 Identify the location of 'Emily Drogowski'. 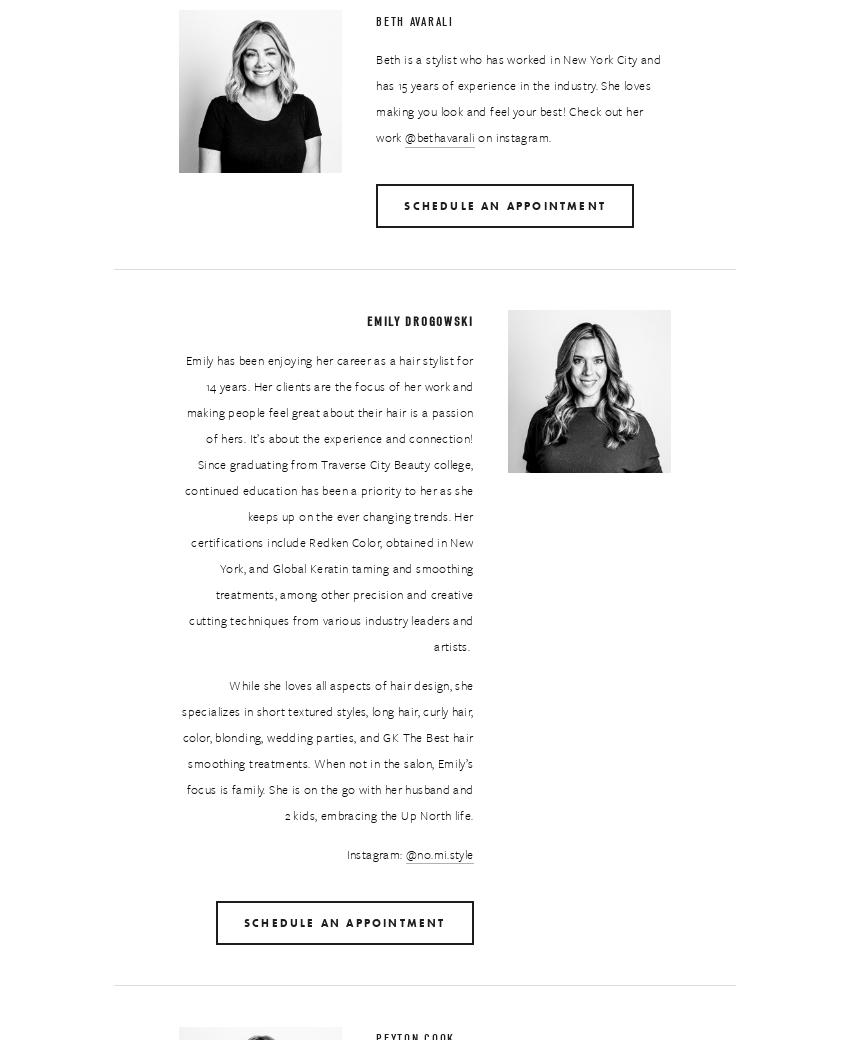
(366, 320).